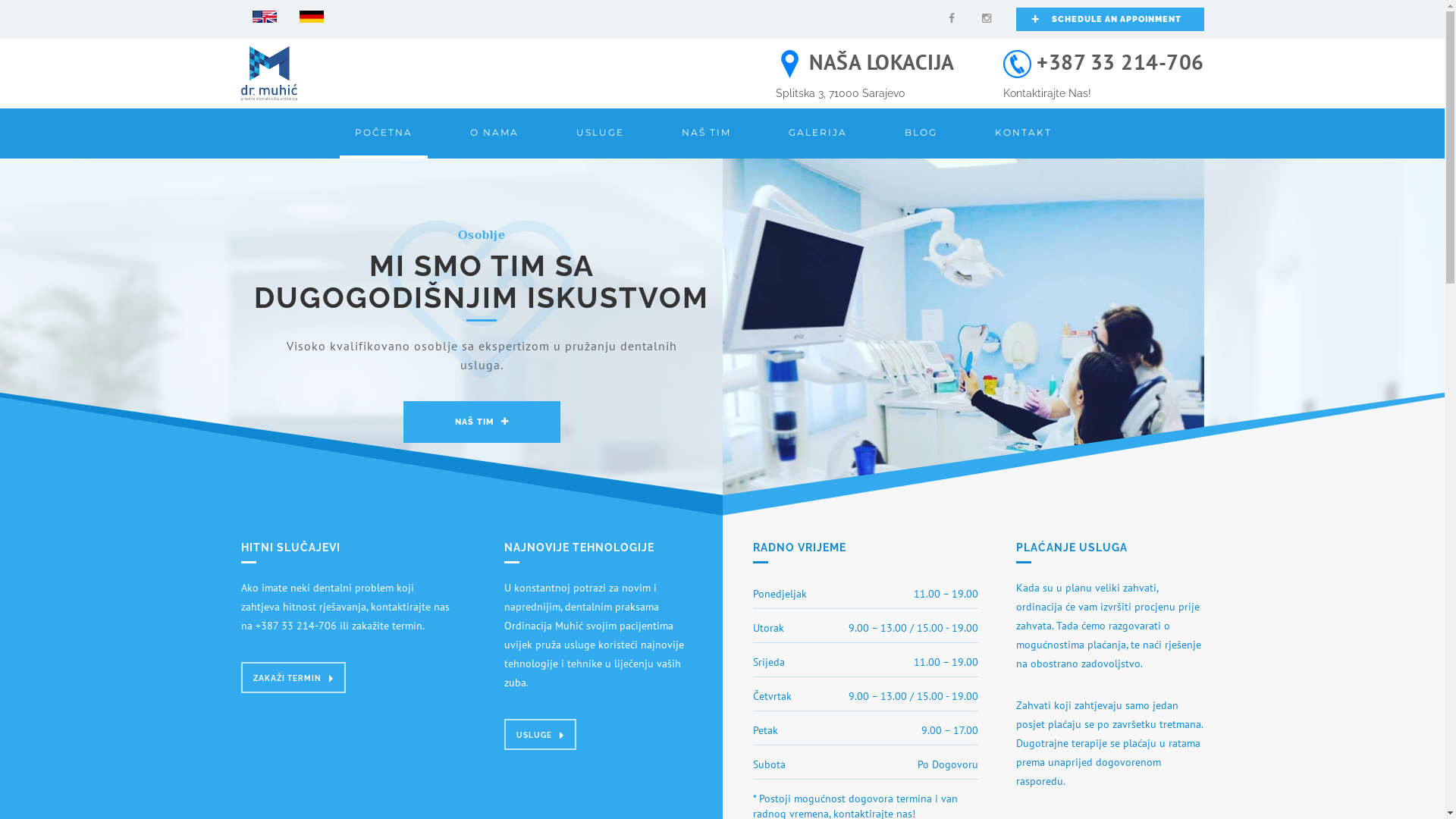 The height and width of the screenshot is (819, 1456). What do you see at coordinates (949, 17) in the screenshot?
I see `'Facebook'` at bounding box center [949, 17].